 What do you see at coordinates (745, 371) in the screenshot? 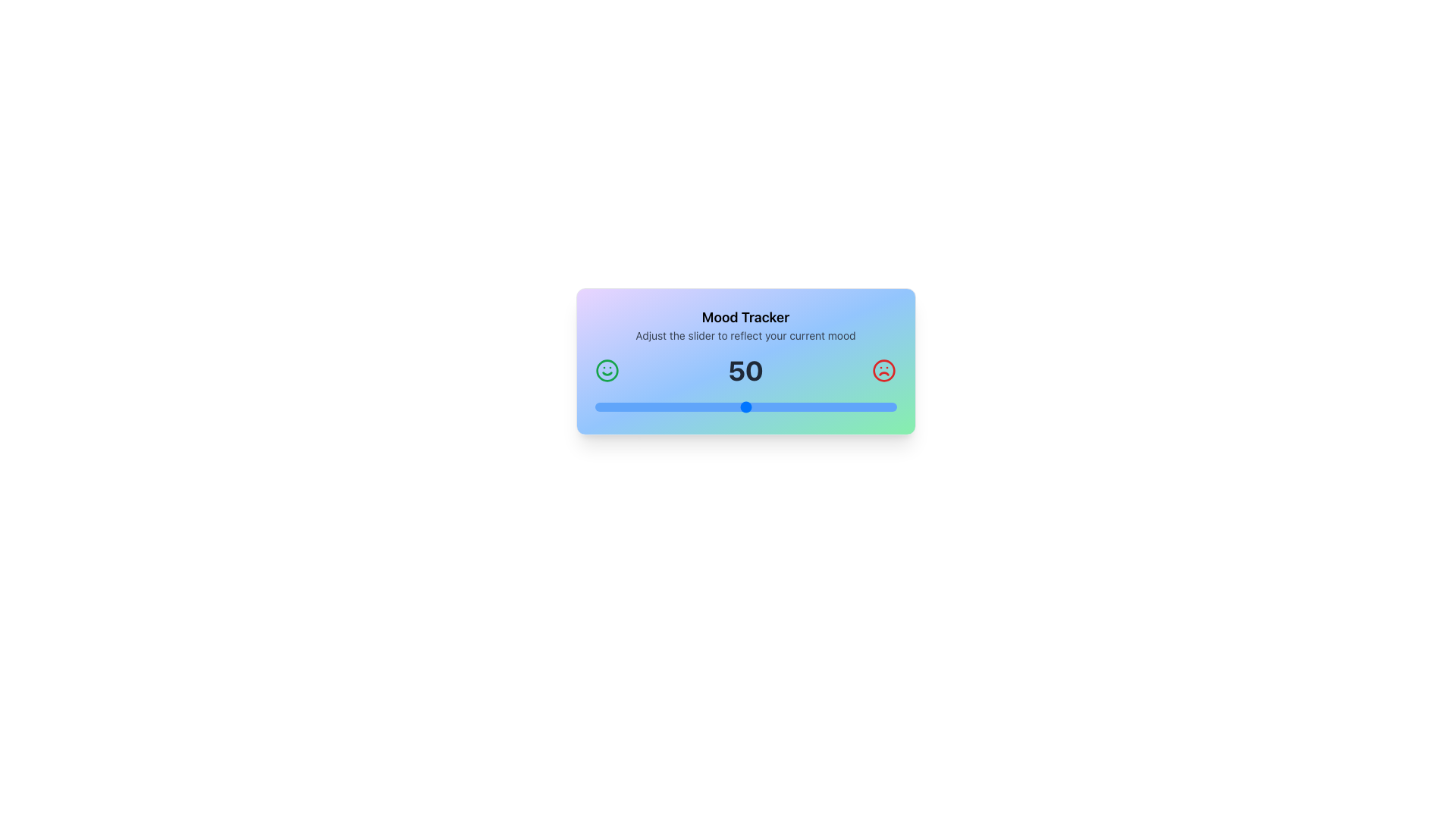
I see `the Text Display element in the Mood Tracker card to focus attention on it, which provides immediate numerical feedback for the selected mood value` at bounding box center [745, 371].